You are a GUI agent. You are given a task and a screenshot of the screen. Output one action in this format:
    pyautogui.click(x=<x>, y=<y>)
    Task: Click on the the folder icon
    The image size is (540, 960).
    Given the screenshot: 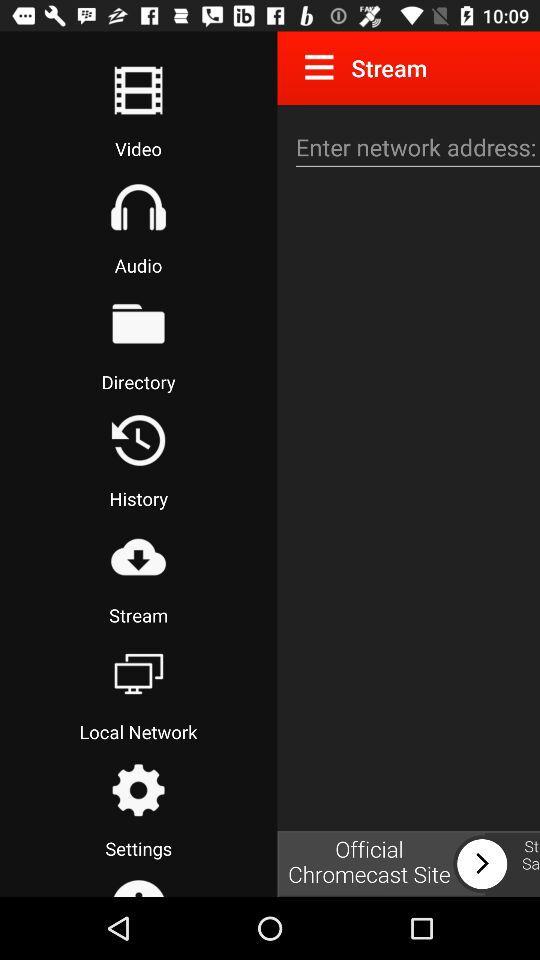 What is the action you would take?
    pyautogui.click(x=137, y=323)
    